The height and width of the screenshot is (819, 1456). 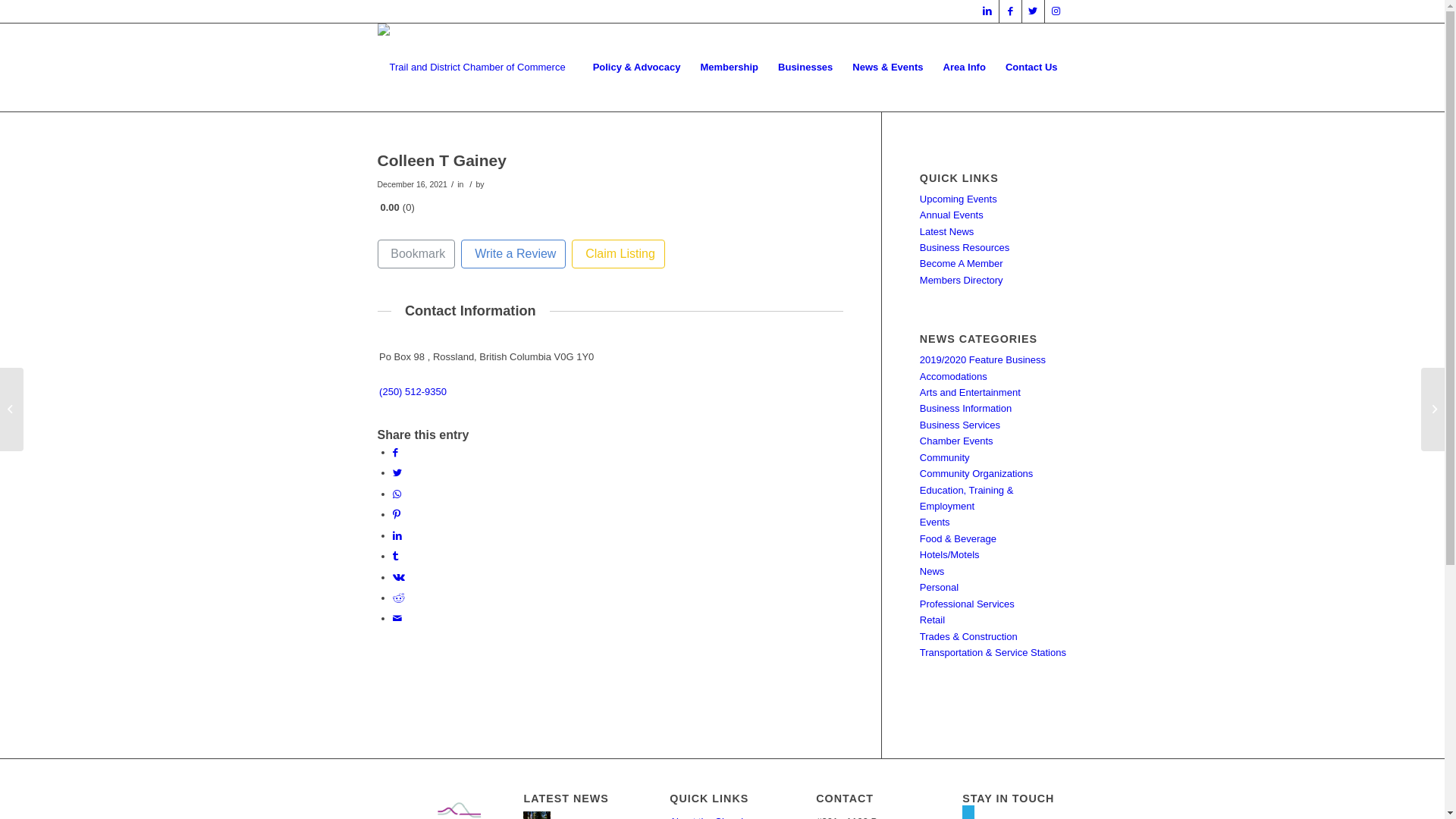 I want to click on 'Business Resources', so click(x=964, y=246).